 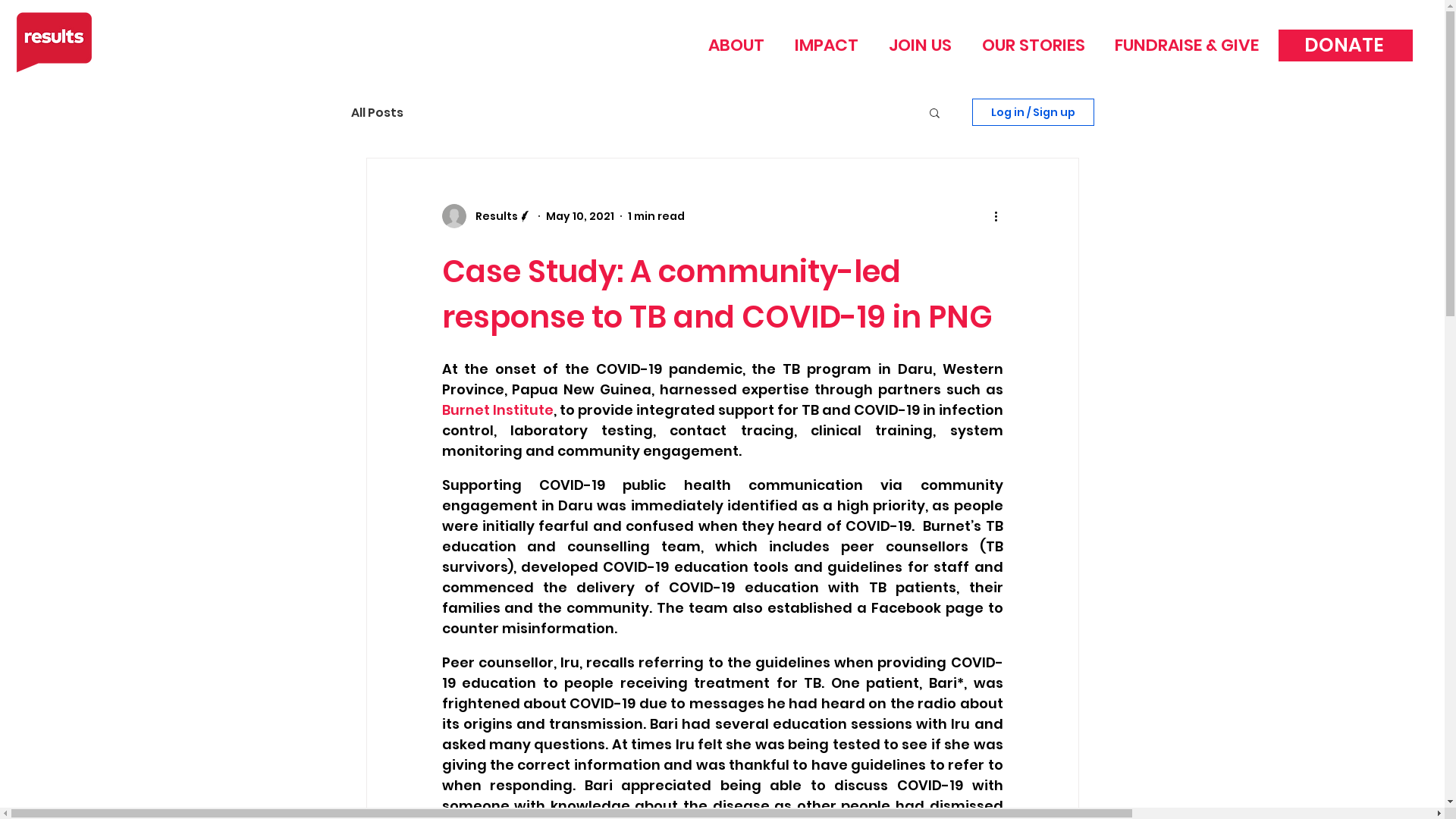 I want to click on 'Log in / Sign up', so click(x=1032, y=111).